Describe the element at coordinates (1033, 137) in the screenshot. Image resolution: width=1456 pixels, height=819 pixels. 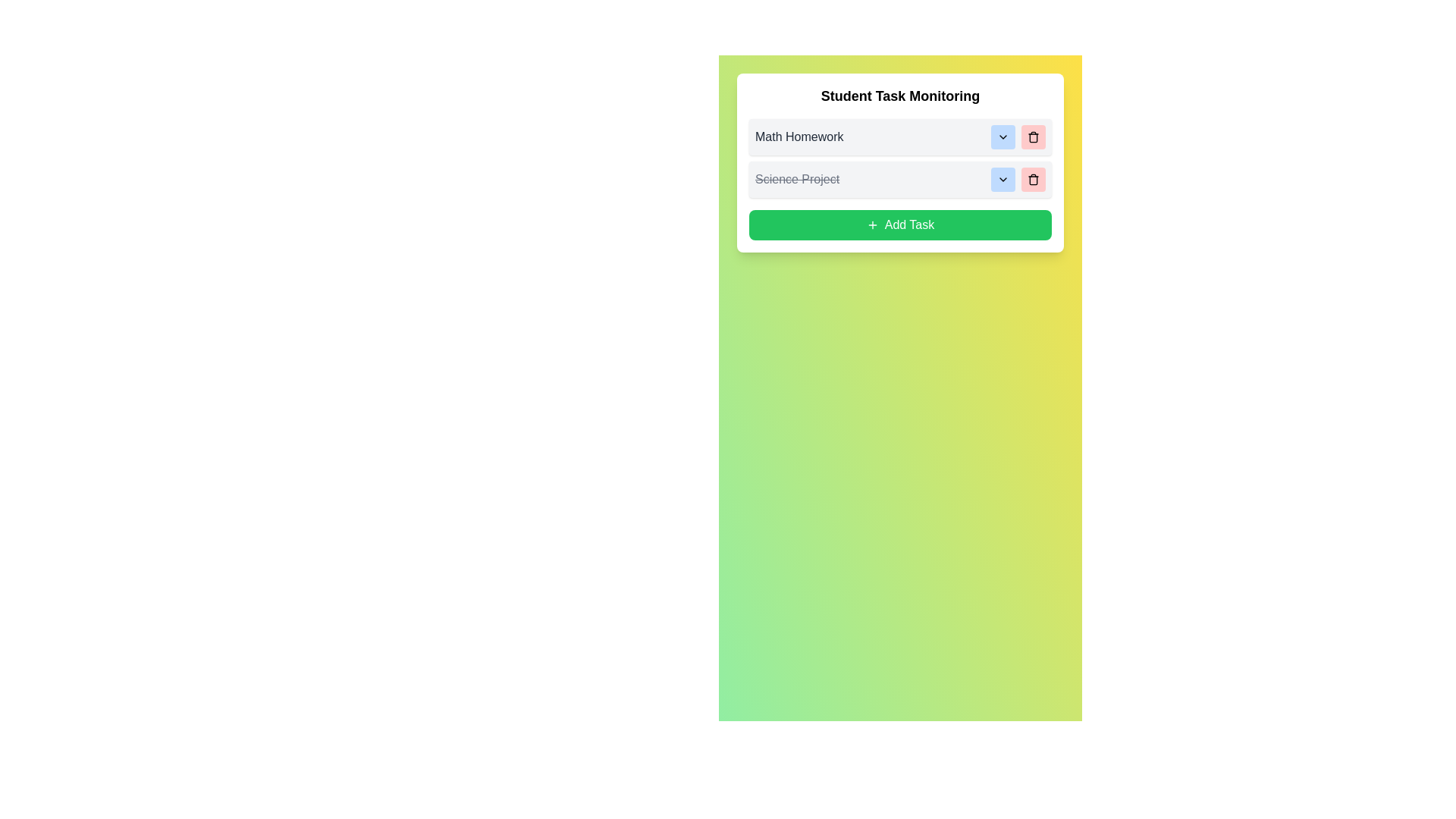
I see `the rectangular button with rounded corners featuring a black trash bin icon on a soft red background, located in the top-right corner of the 'Math Homework' row, to observe the hover effect` at that location.